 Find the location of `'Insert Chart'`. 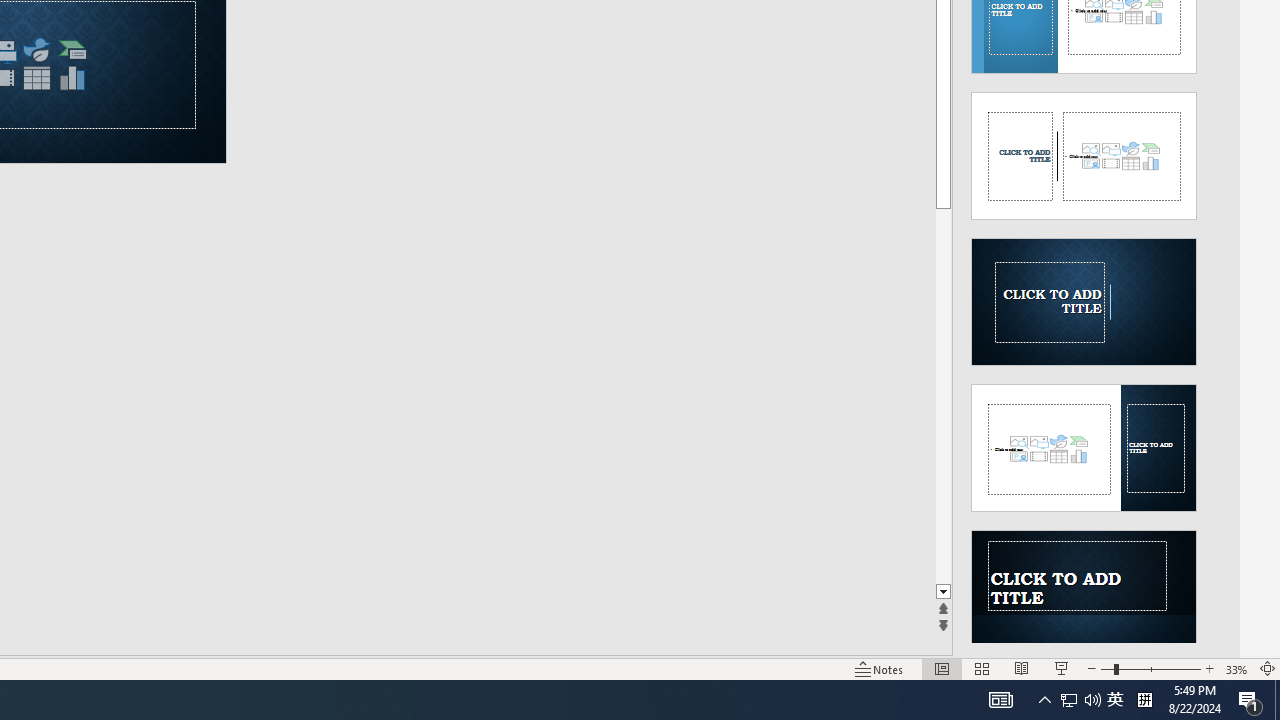

'Insert Chart' is located at coordinates (73, 77).